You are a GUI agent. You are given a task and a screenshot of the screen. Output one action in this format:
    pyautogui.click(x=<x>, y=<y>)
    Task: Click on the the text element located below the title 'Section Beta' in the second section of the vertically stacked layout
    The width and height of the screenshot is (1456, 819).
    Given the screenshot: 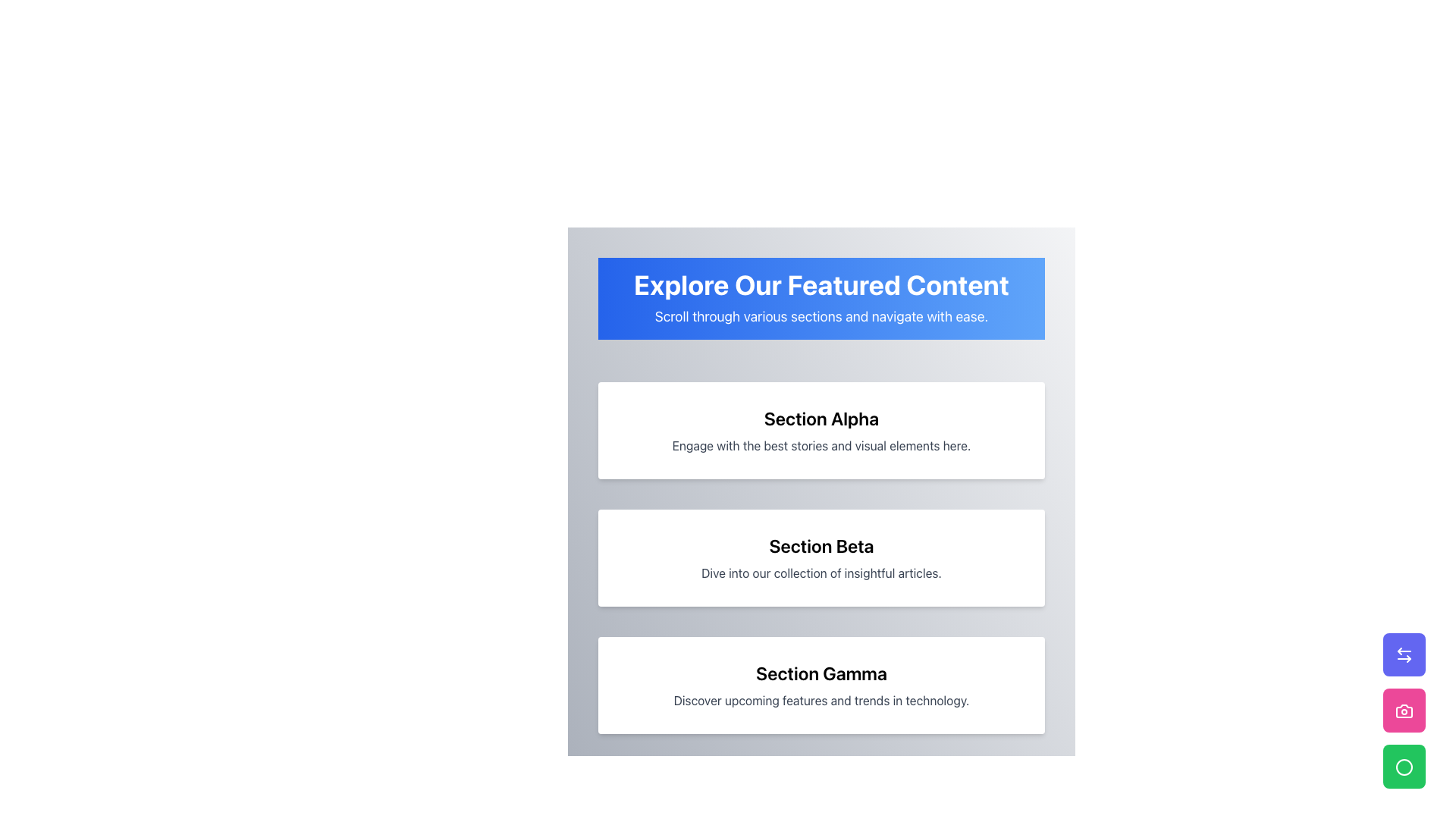 What is the action you would take?
    pyautogui.click(x=821, y=573)
    